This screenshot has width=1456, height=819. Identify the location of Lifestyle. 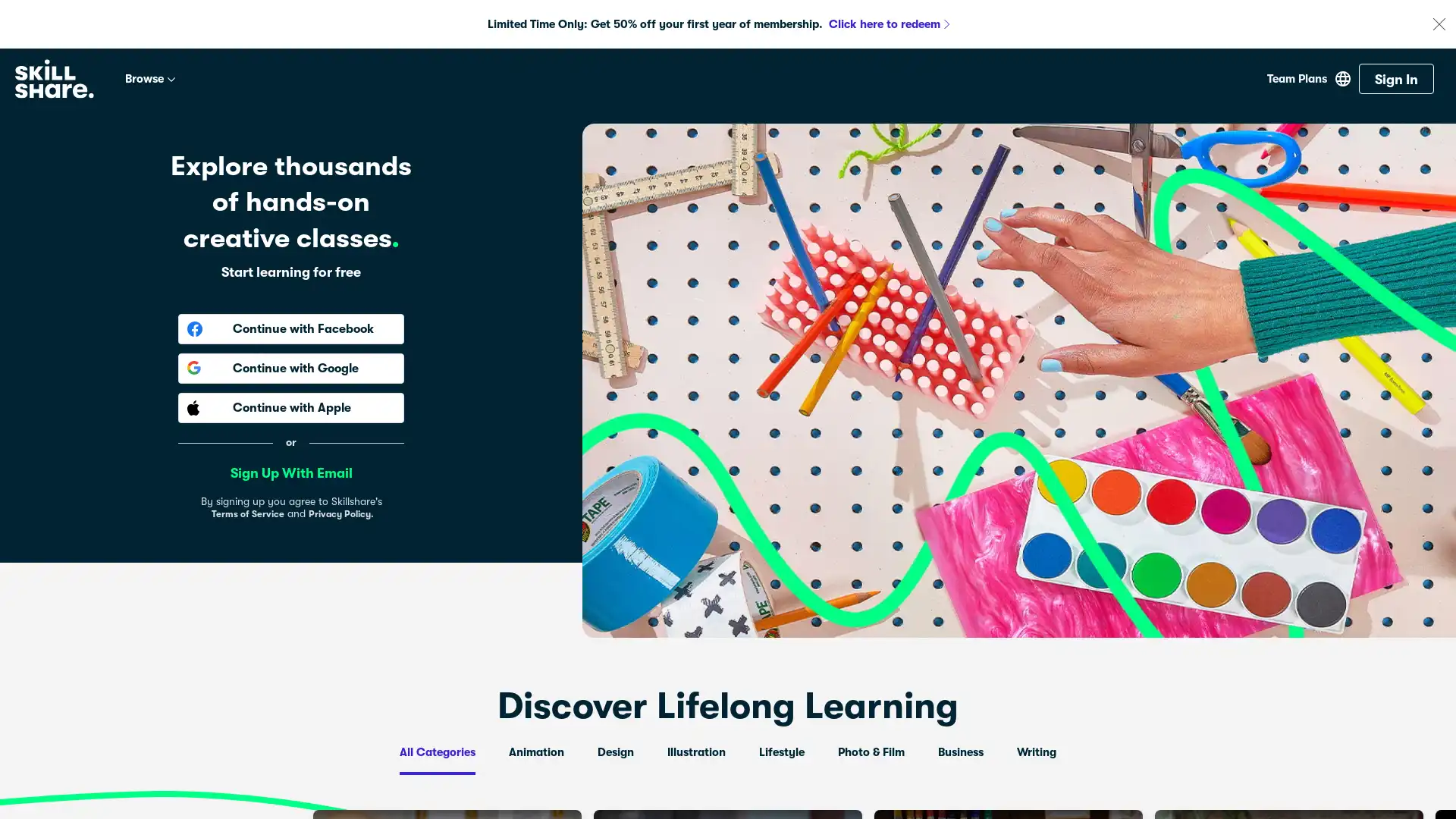
(782, 757).